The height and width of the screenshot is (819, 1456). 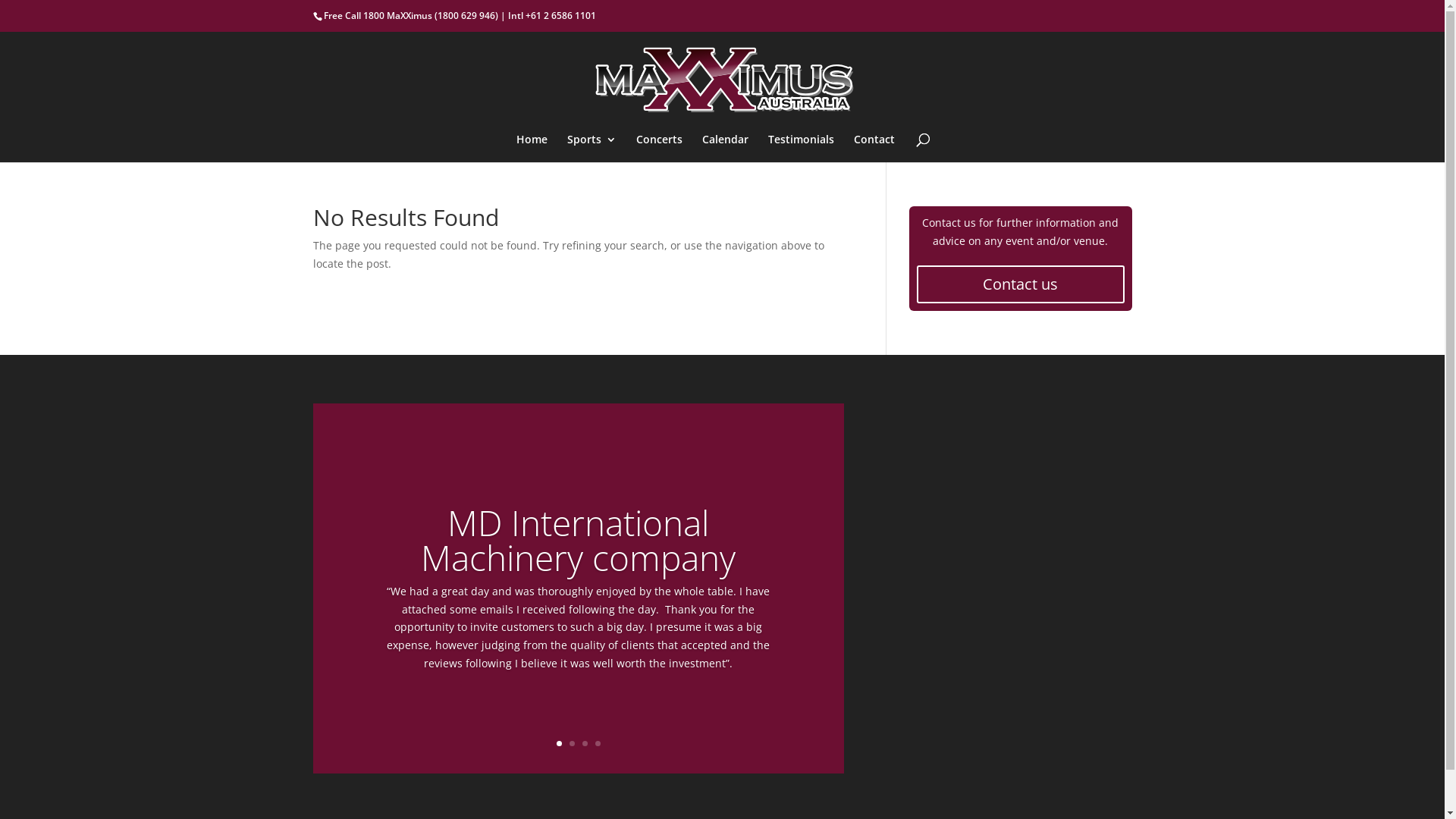 What do you see at coordinates (636, 148) in the screenshot?
I see `'Concerts'` at bounding box center [636, 148].